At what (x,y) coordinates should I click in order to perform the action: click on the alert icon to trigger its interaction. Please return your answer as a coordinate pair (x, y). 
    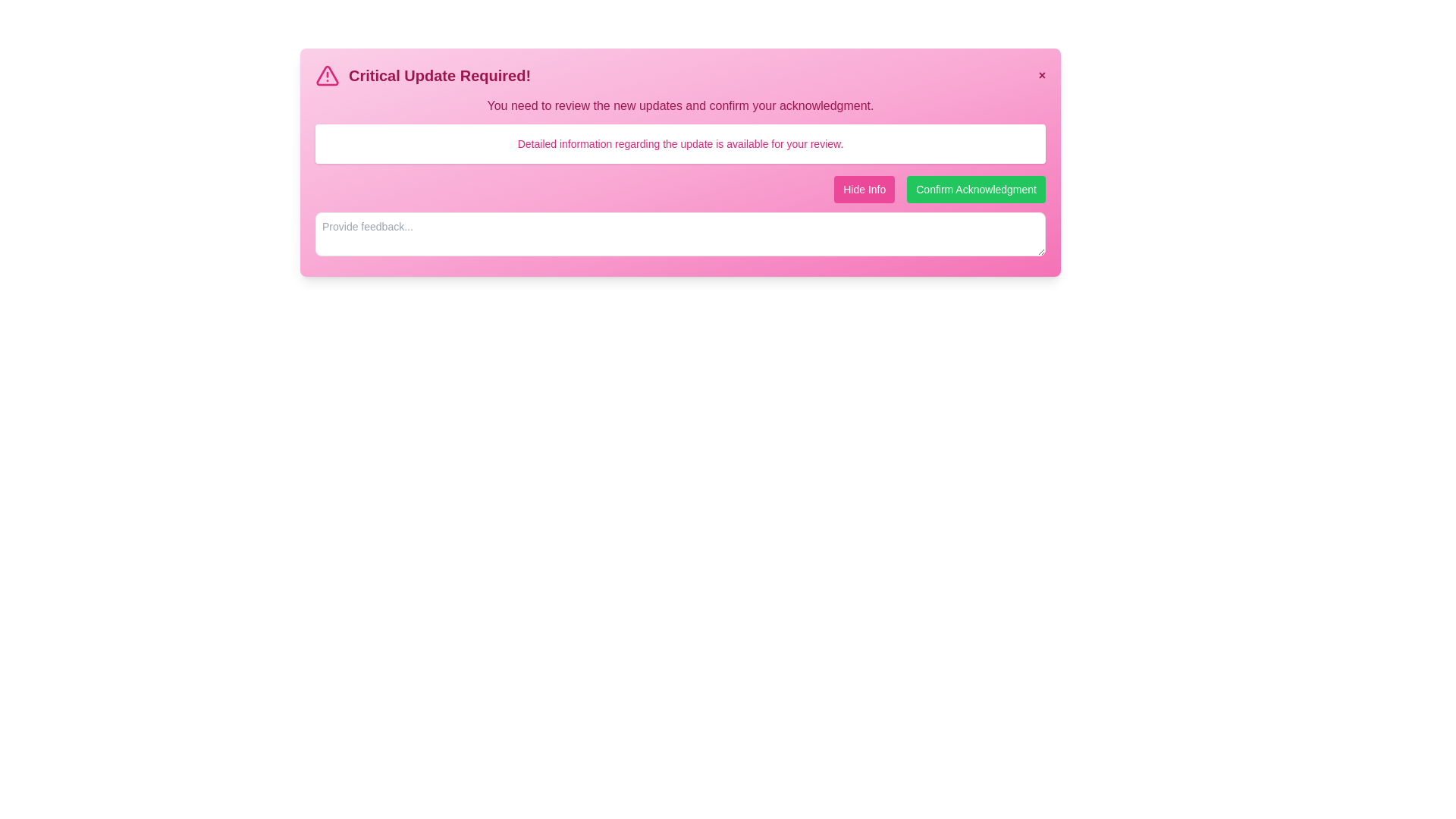
    Looking at the image, I should click on (327, 76).